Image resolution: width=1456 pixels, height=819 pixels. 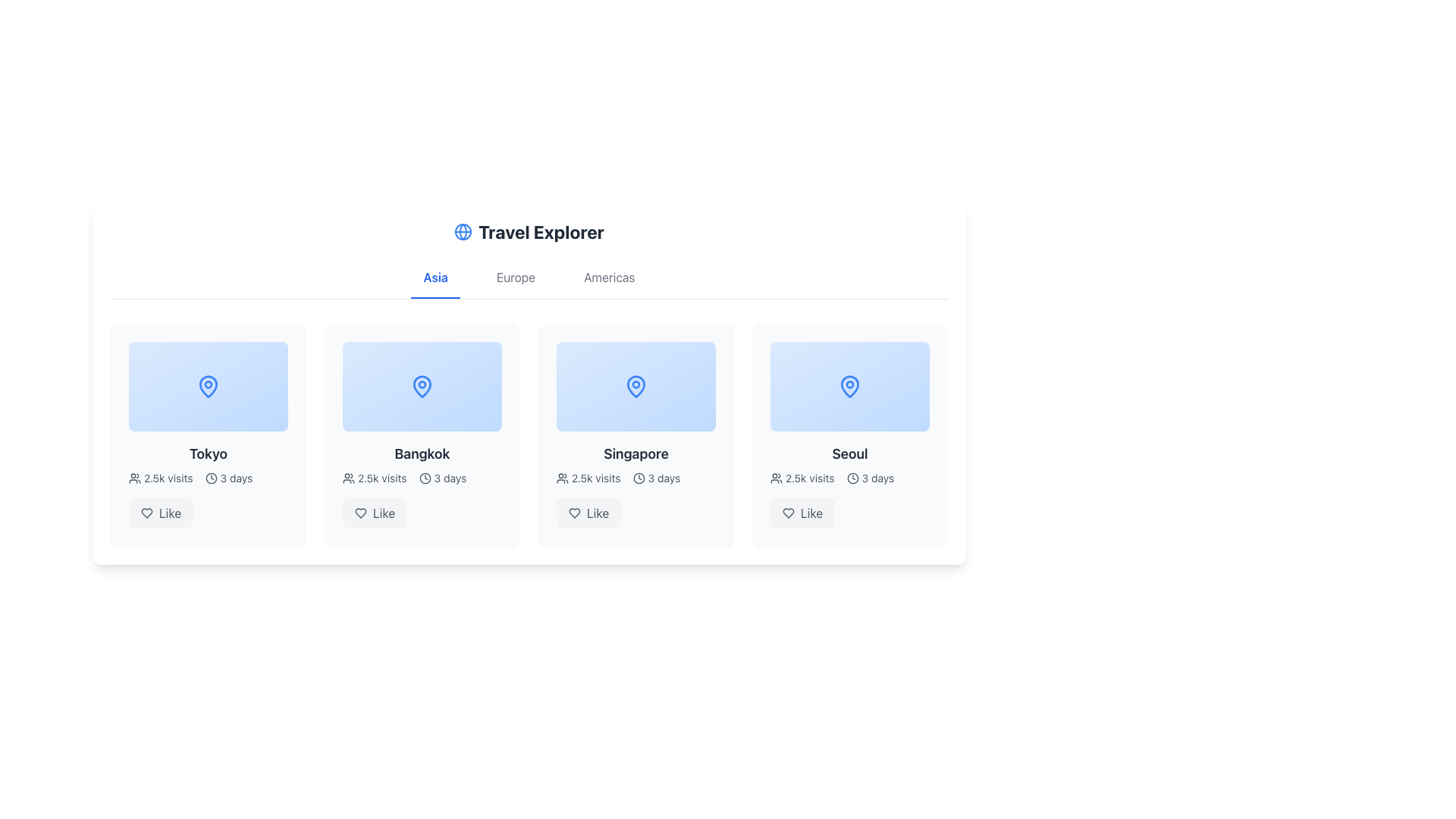 I want to click on the text label displaying '2.5k visits' located at the bottom section of the card for the 'Seoul' destination, so click(x=809, y=479).